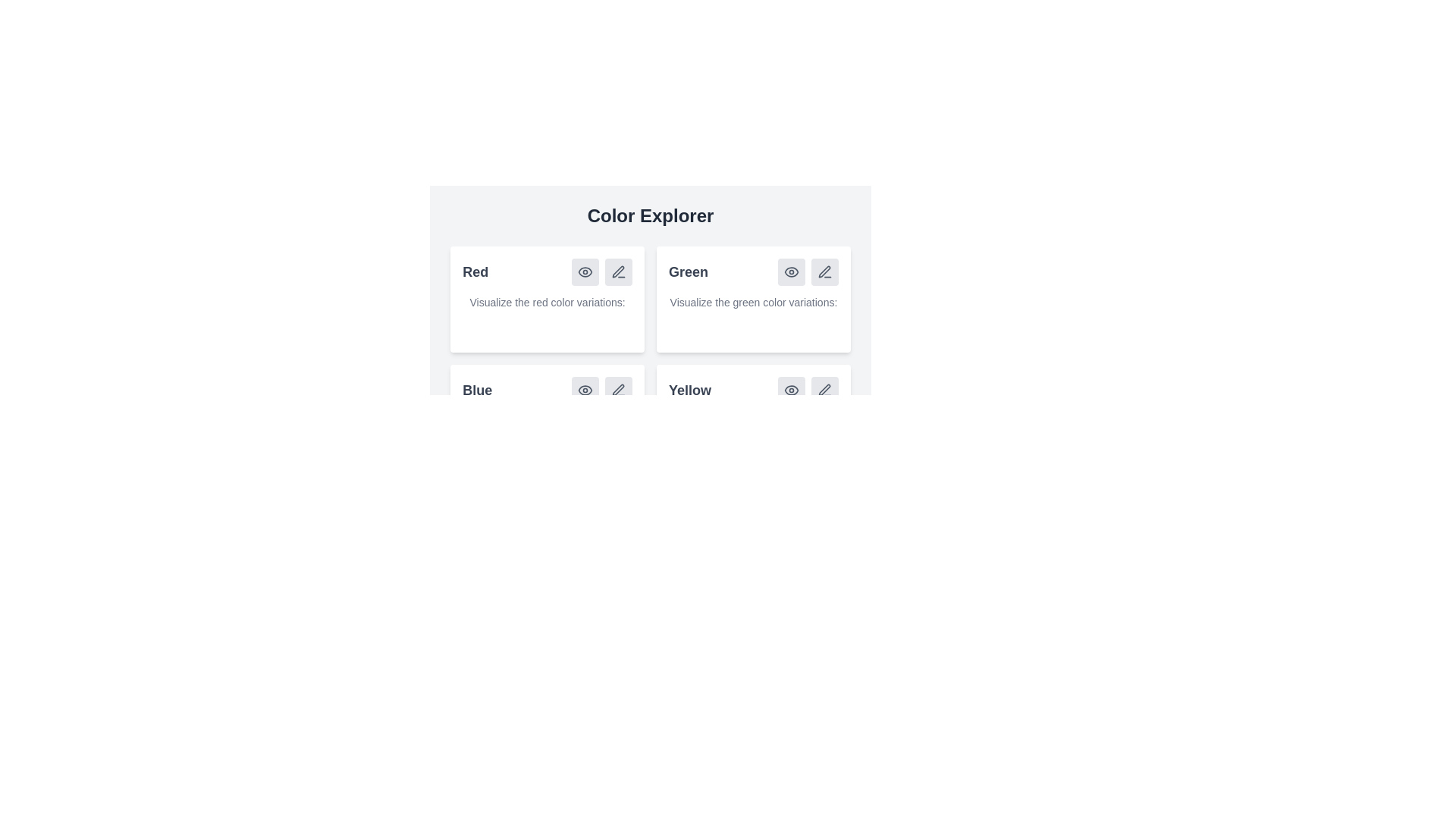 The height and width of the screenshot is (819, 1456). I want to click on the descriptive text label for the color section indicating red color variations to potentially see additional information, so click(547, 302).